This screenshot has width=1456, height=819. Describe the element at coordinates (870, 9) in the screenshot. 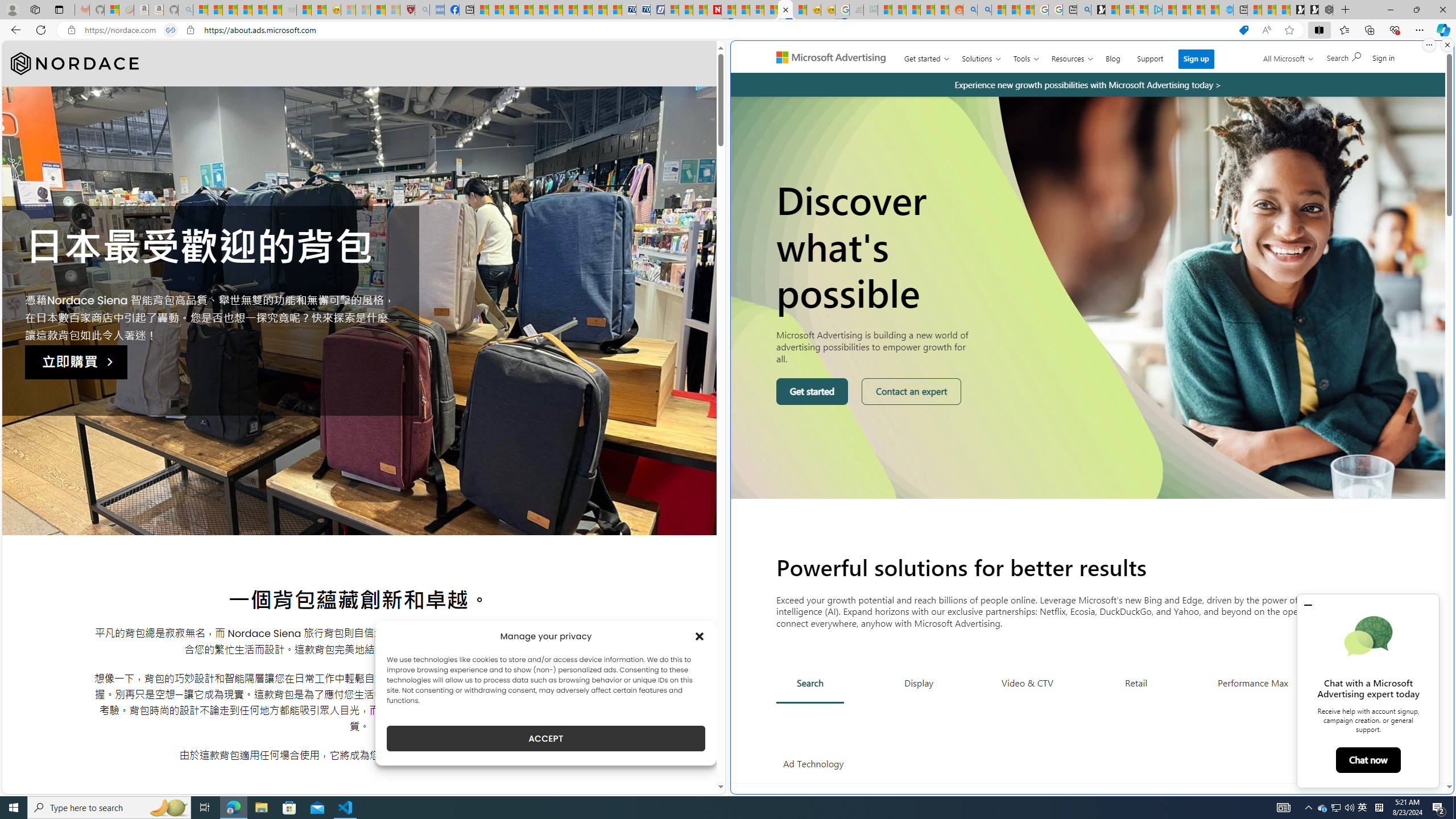

I see `'DITOGAMES AG Imprint - Sleeping'` at that location.